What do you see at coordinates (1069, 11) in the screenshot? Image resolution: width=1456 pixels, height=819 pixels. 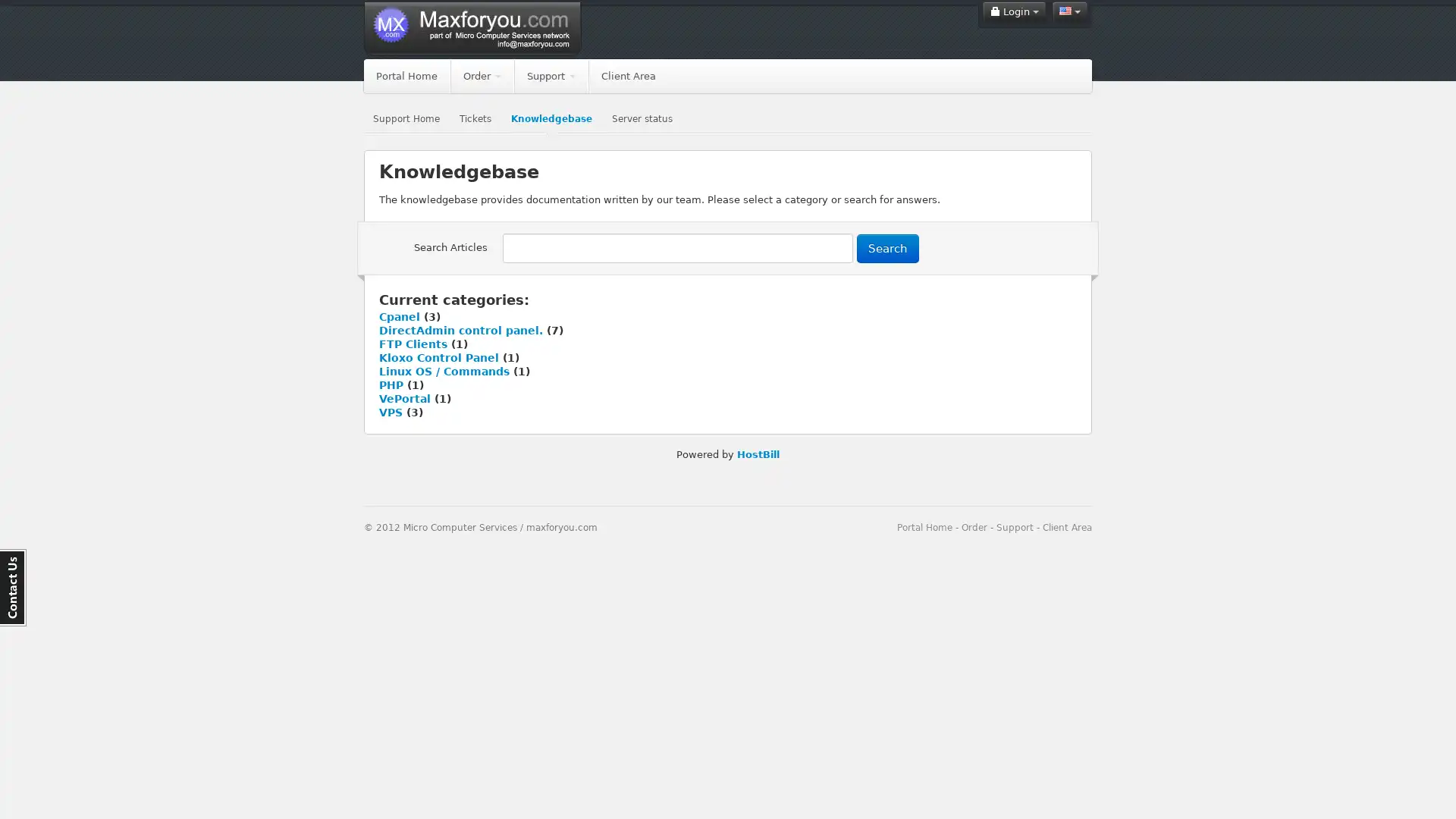 I see `English` at bounding box center [1069, 11].